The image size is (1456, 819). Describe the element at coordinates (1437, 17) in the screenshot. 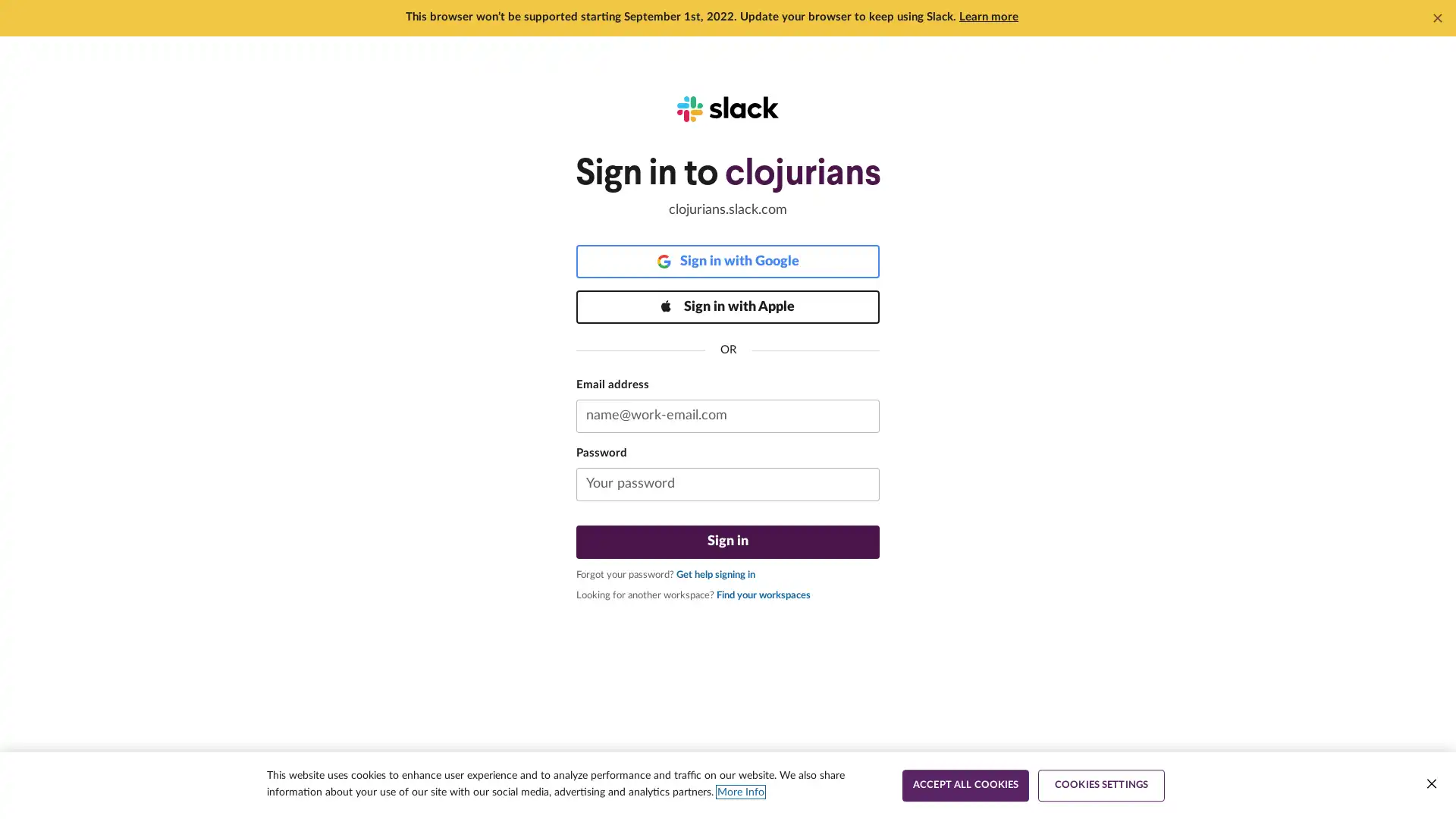

I see `Dismiss` at that location.